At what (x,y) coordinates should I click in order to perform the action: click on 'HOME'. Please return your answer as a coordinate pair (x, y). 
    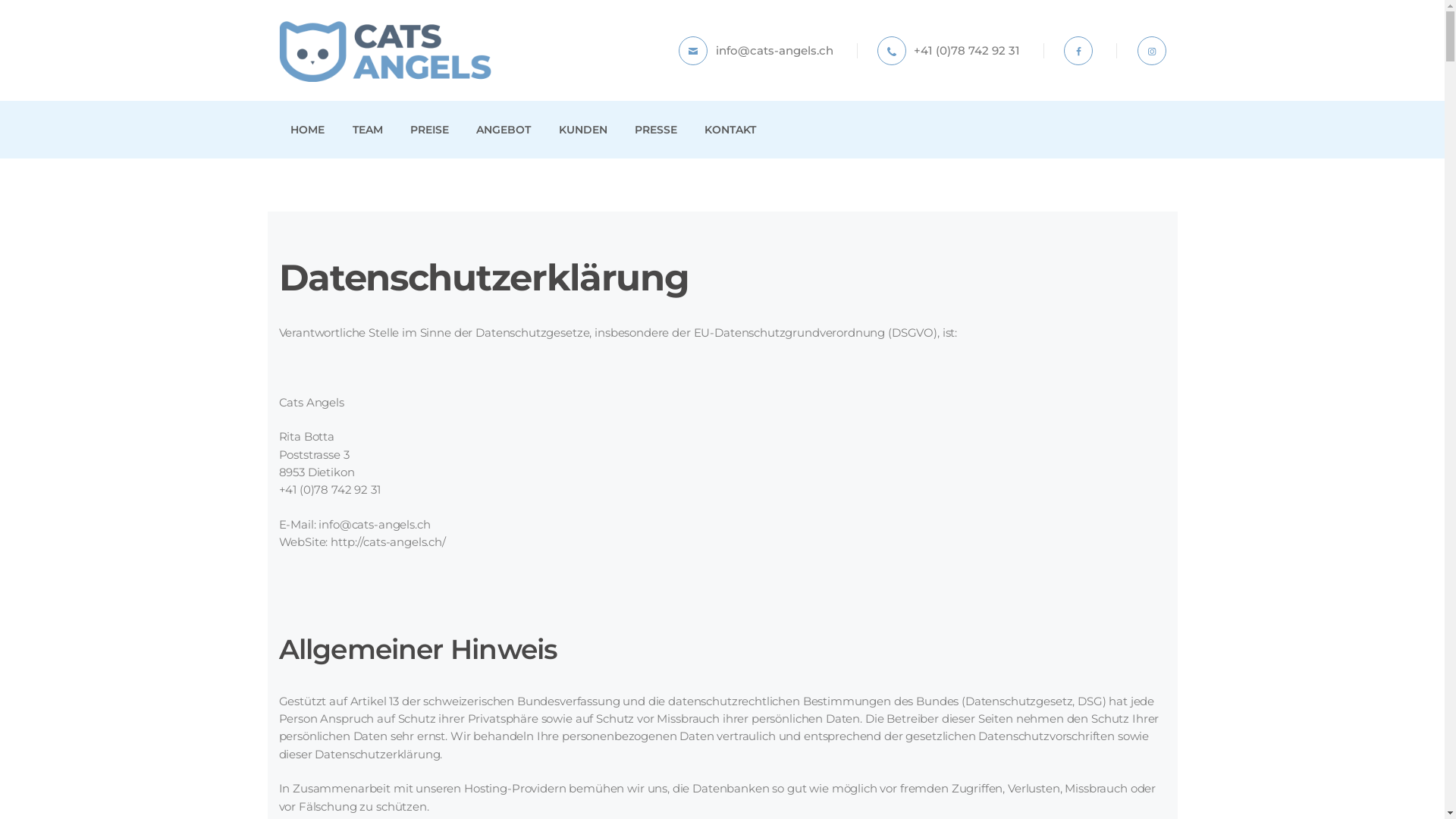
    Looking at the image, I should click on (307, 128).